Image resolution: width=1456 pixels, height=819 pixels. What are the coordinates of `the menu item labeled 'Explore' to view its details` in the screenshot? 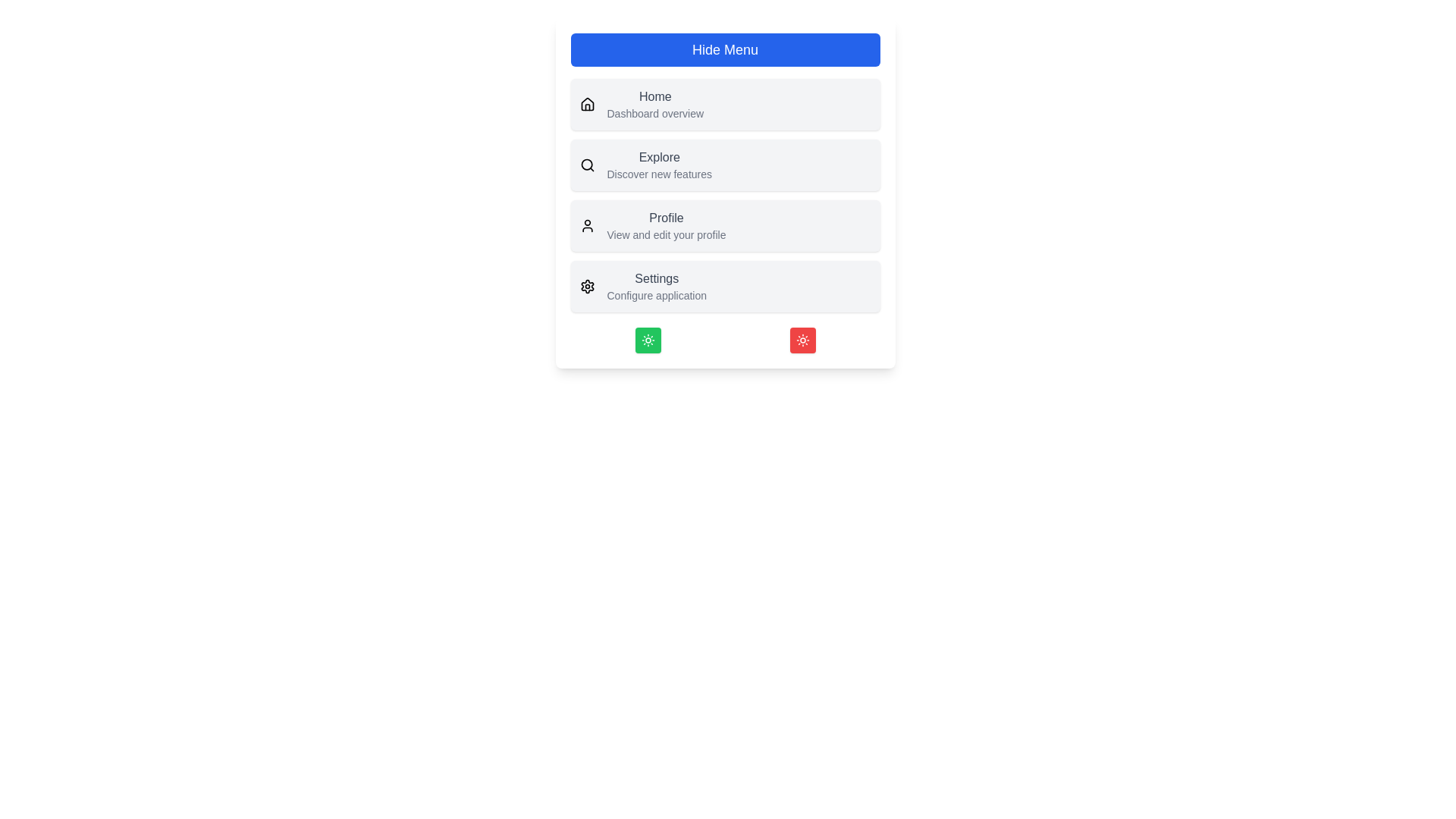 It's located at (659, 158).